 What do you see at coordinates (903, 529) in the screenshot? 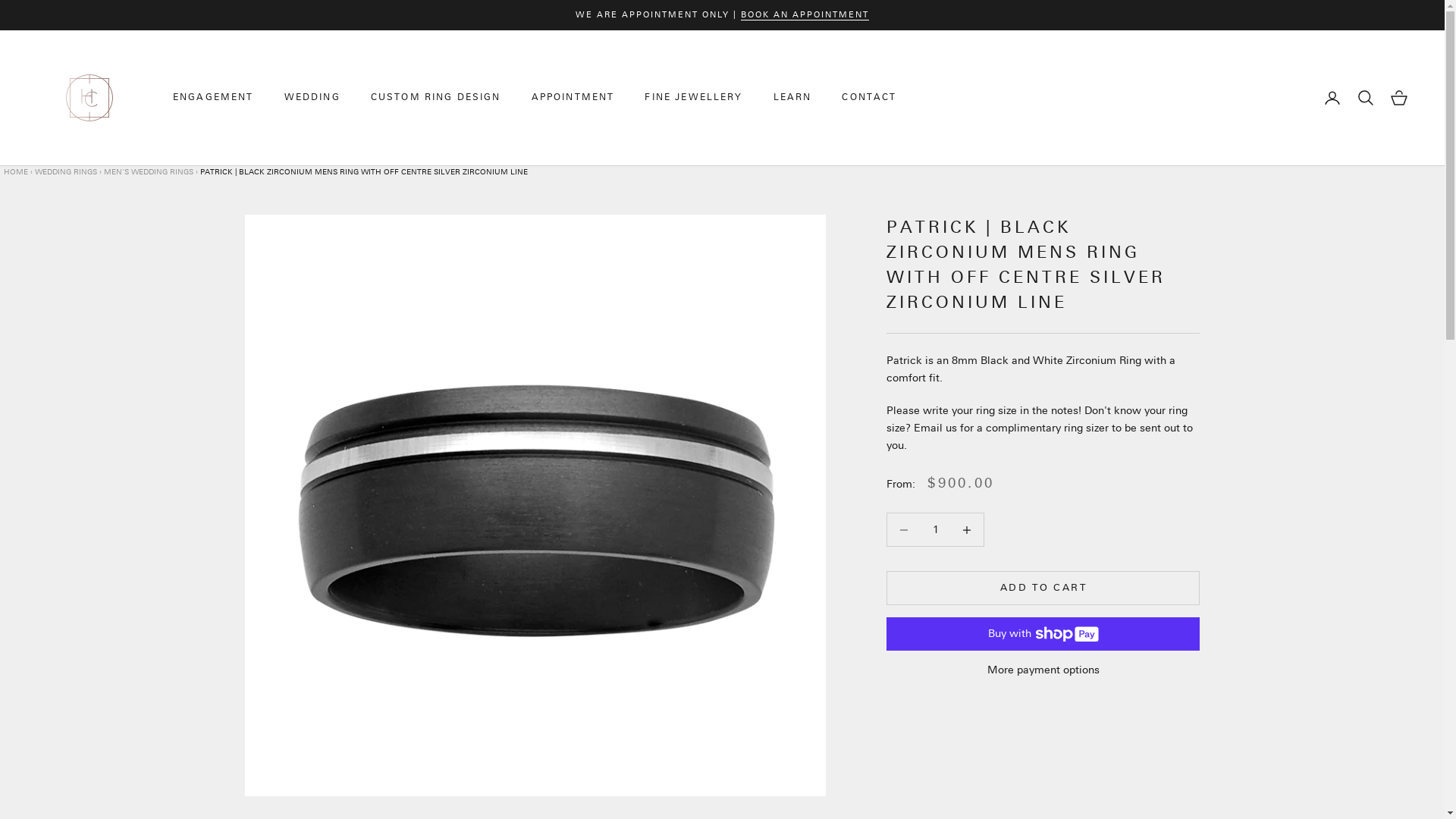
I see `'Decrease quantity'` at bounding box center [903, 529].